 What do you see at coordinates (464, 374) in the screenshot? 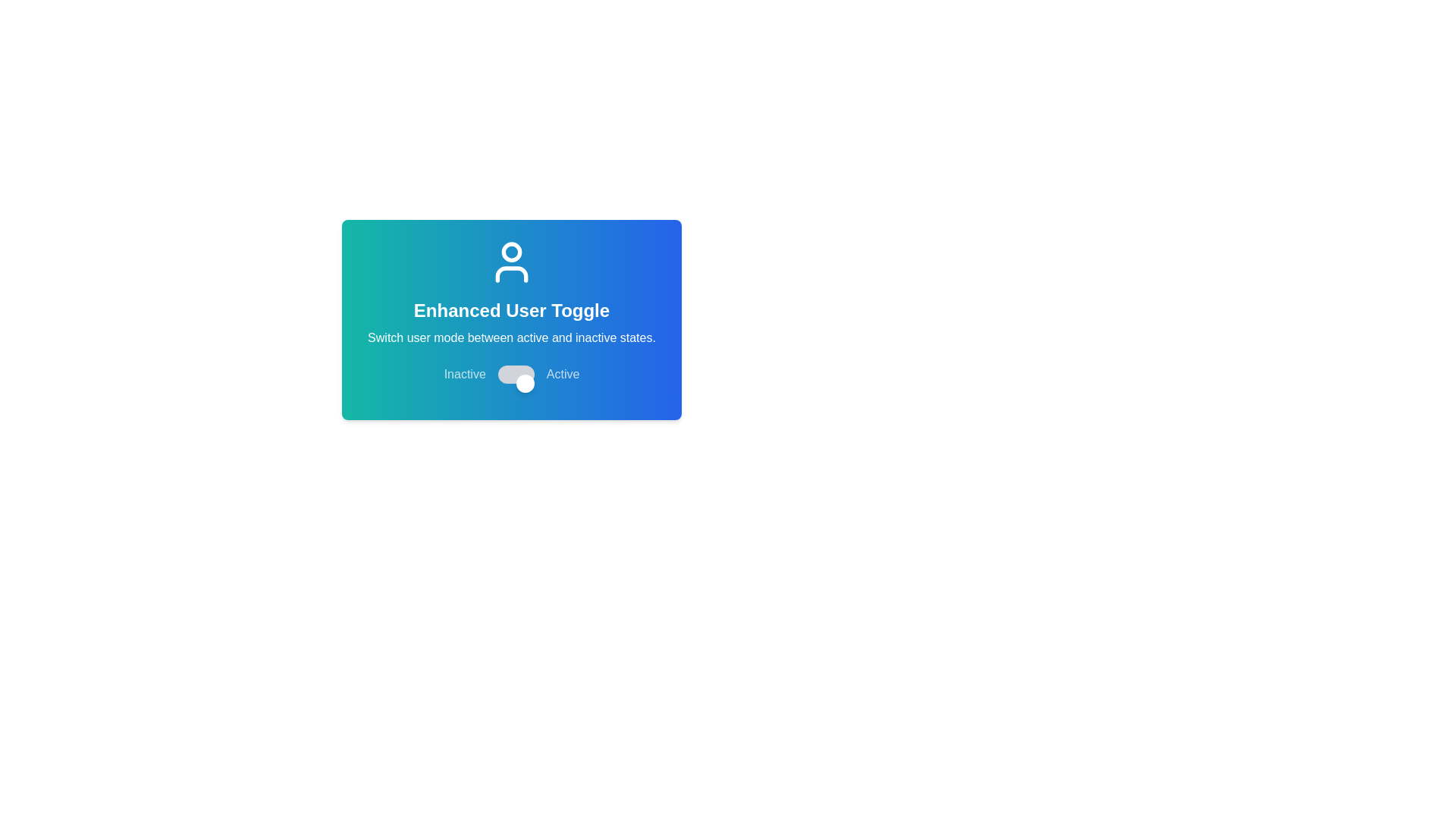
I see `the 'inactive' state text label that is positioned to the left of the toggle switch and slightly above the 'Active' label` at bounding box center [464, 374].